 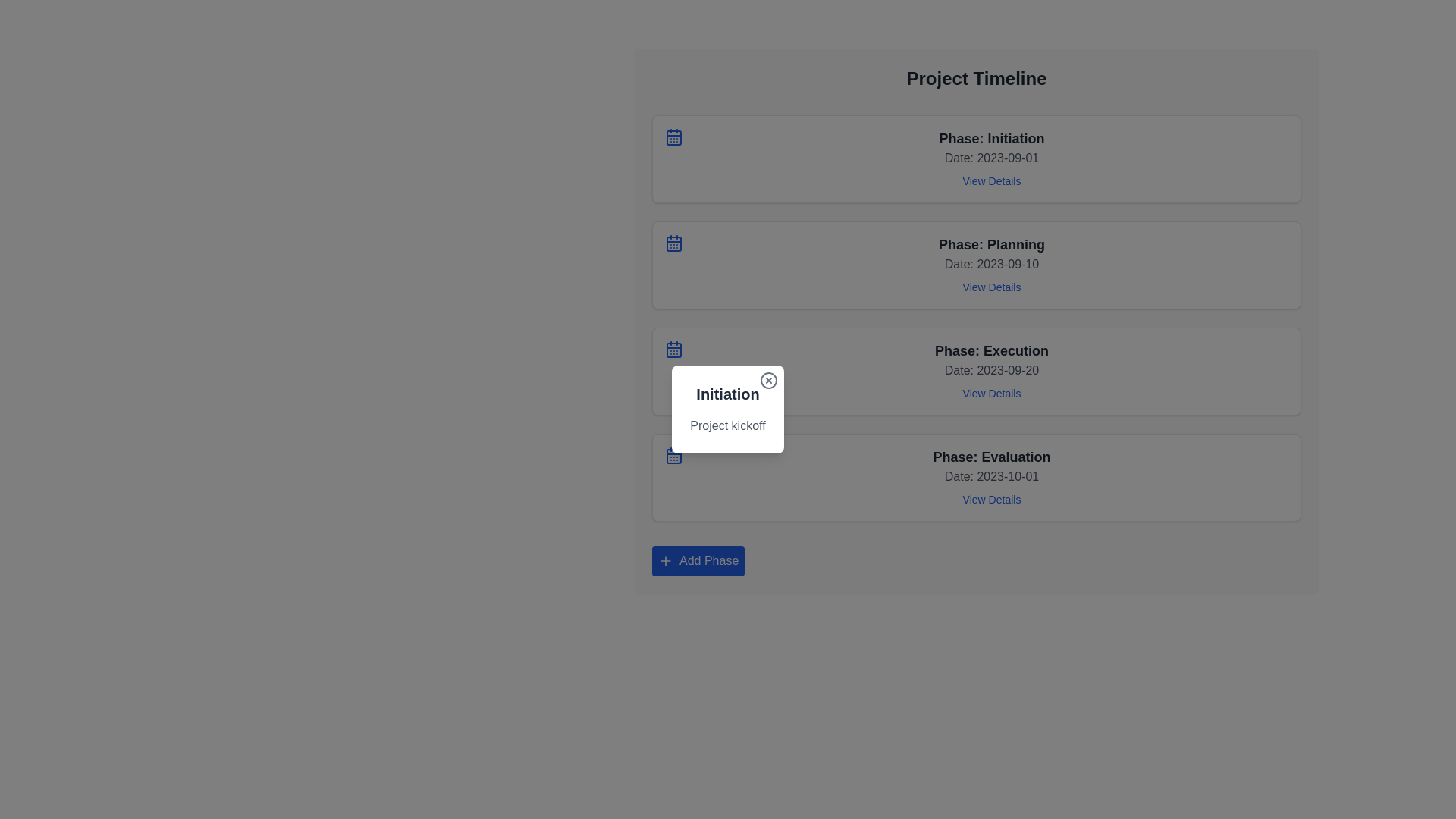 What do you see at coordinates (673, 455) in the screenshot?
I see `the small blue calendar icon with a grid outline, located on the leftmost side of the 'Phase: Evaluation' card, which is the fourth card in the vertical list of phase cards` at bounding box center [673, 455].